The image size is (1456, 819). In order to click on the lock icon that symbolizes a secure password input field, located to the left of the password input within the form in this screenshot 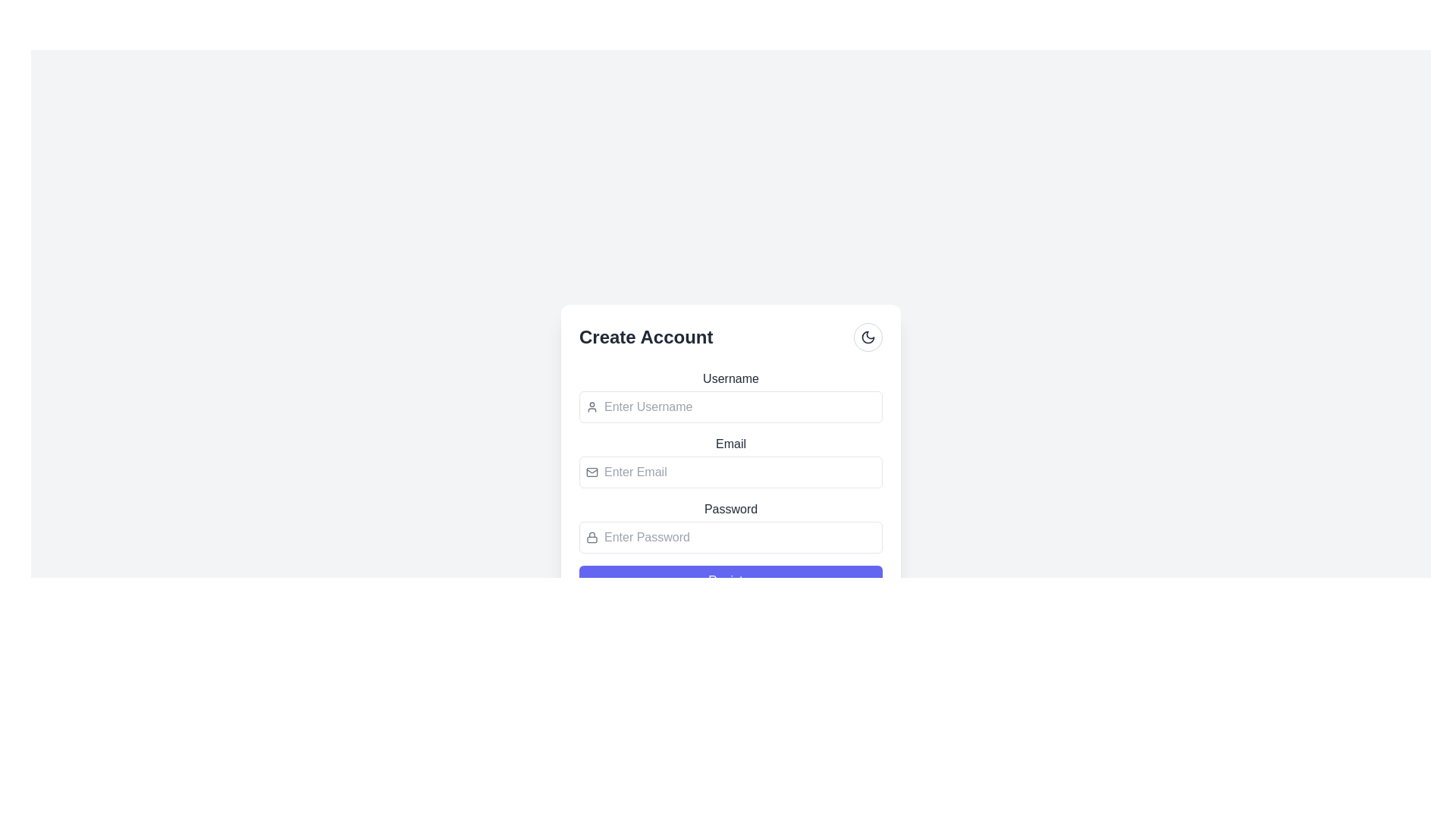, I will do `click(591, 537)`.